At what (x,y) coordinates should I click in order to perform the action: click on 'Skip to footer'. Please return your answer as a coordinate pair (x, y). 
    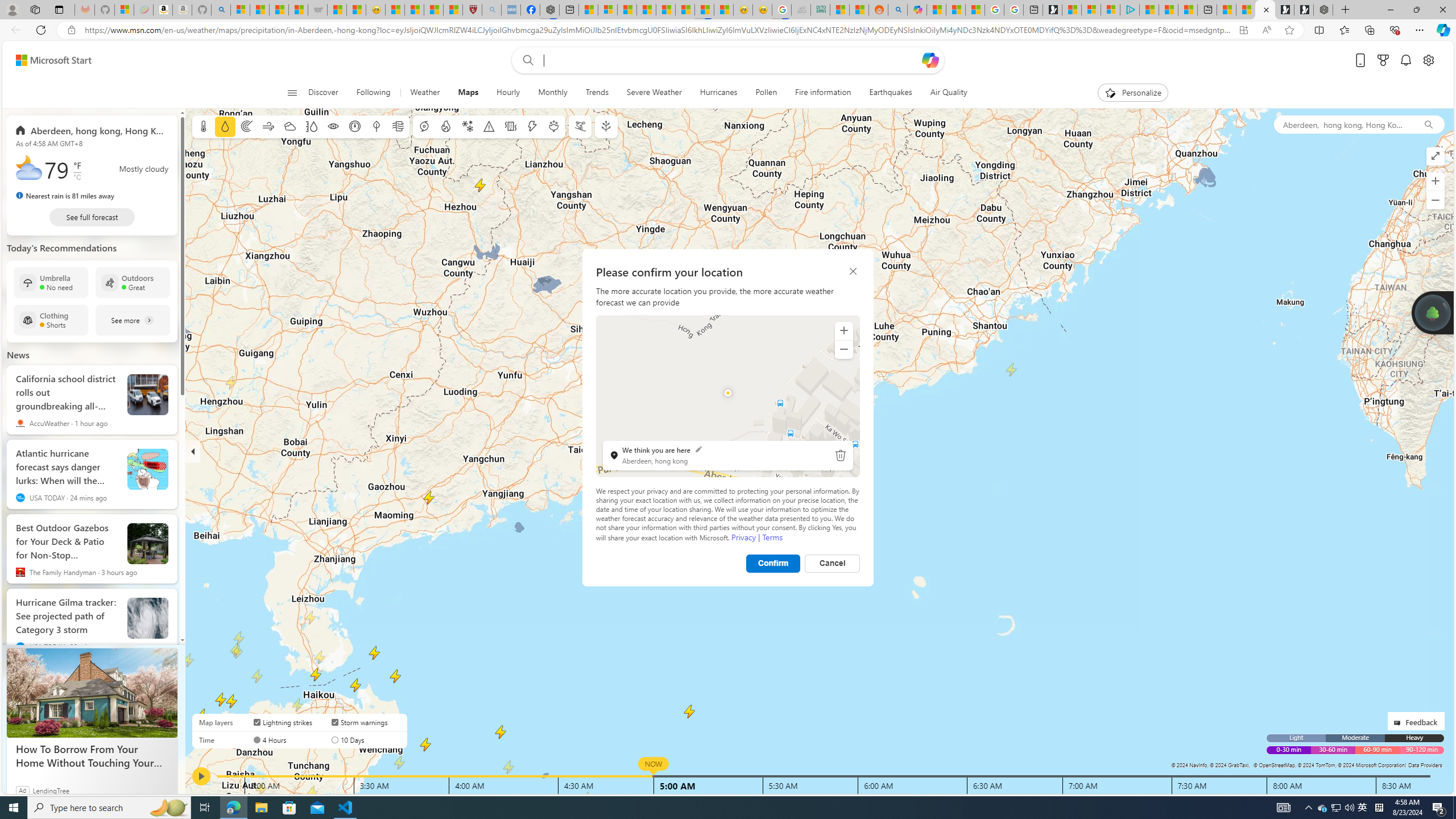
    Looking at the image, I should click on (46, 59).